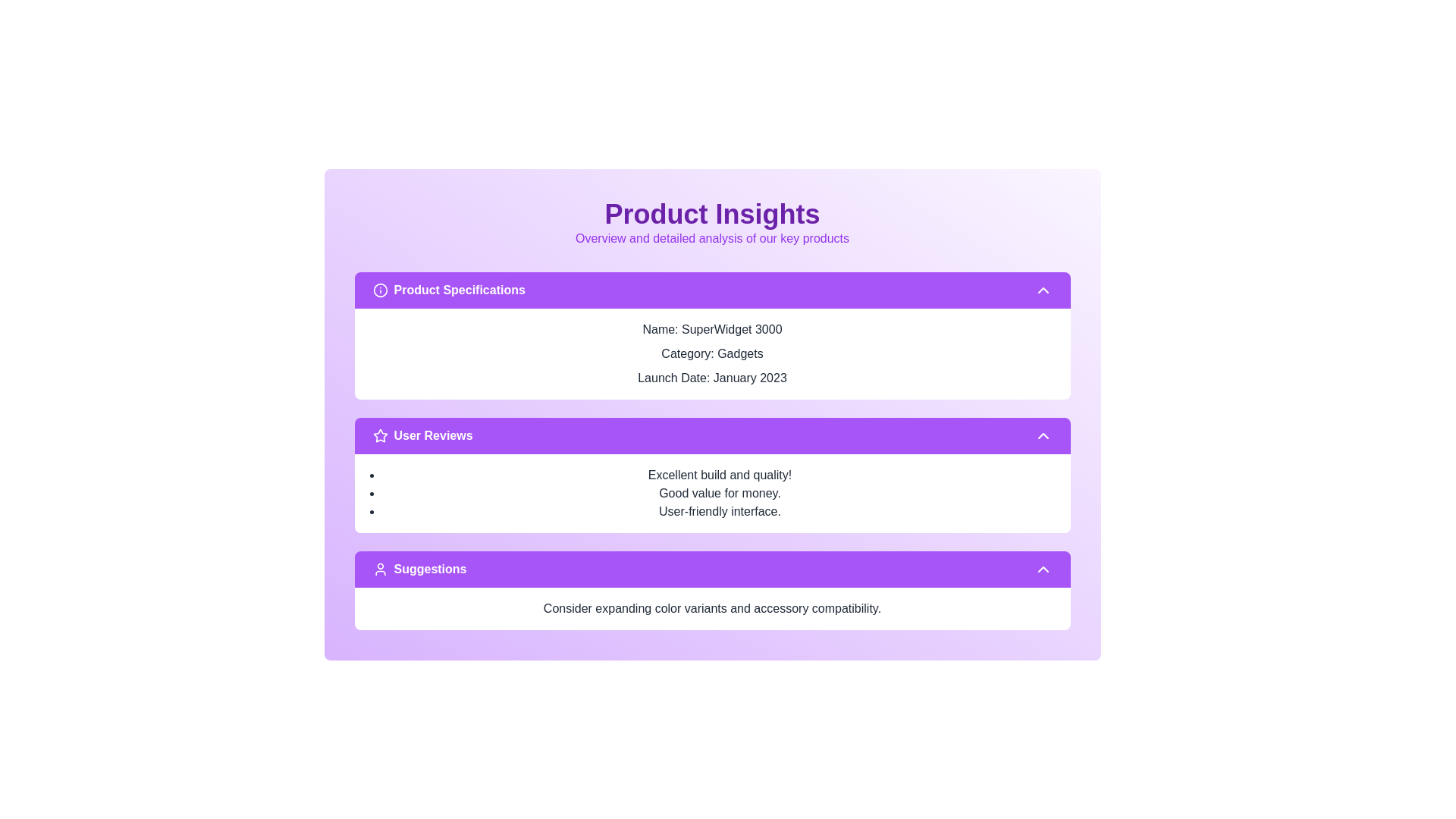 Image resolution: width=1456 pixels, height=819 pixels. I want to click on the 'User Reviews' section header, so click(432, 435).